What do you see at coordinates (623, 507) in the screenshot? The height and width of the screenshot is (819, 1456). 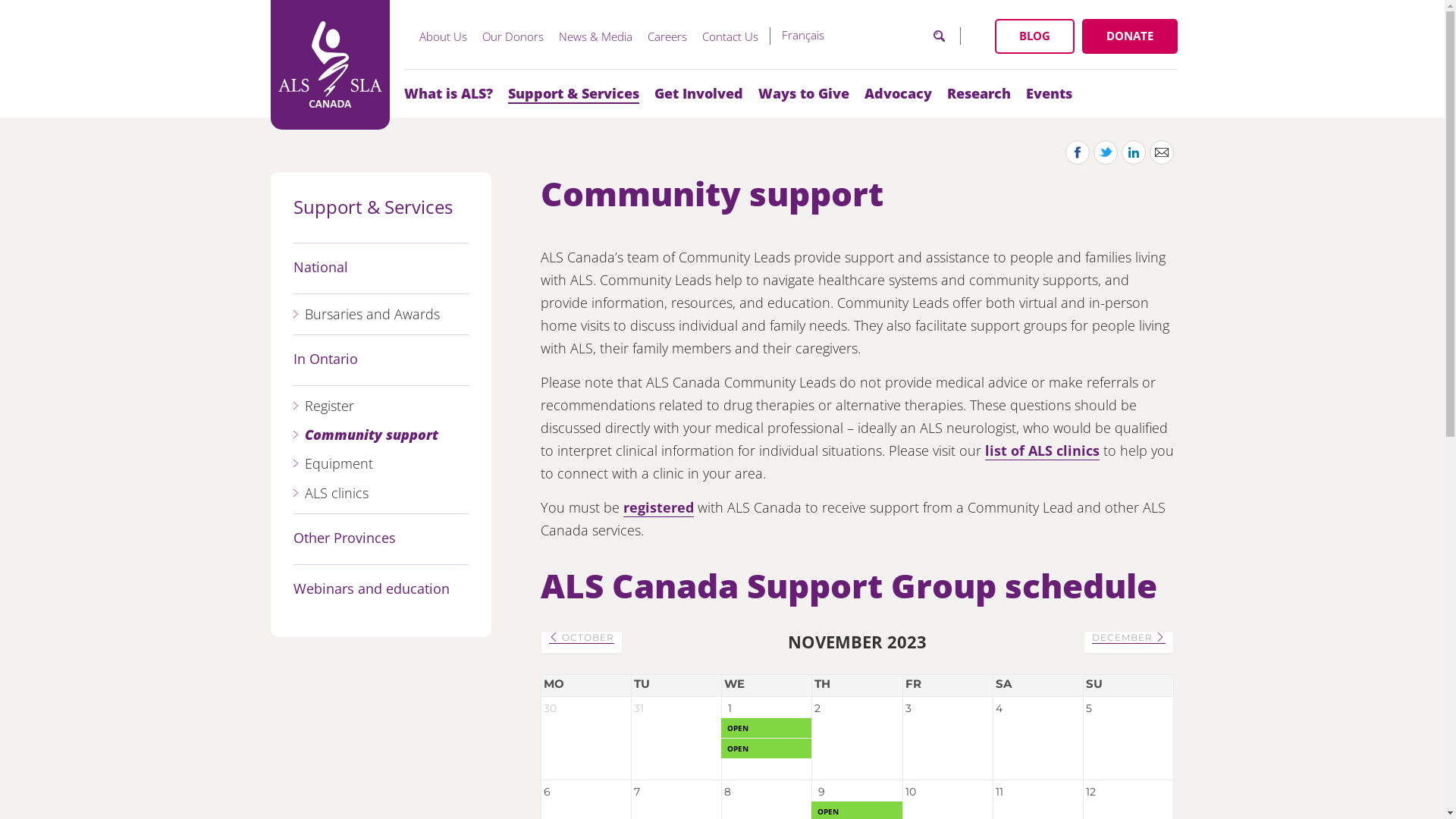 I see `'registered'` at bounding box center [623, 507].